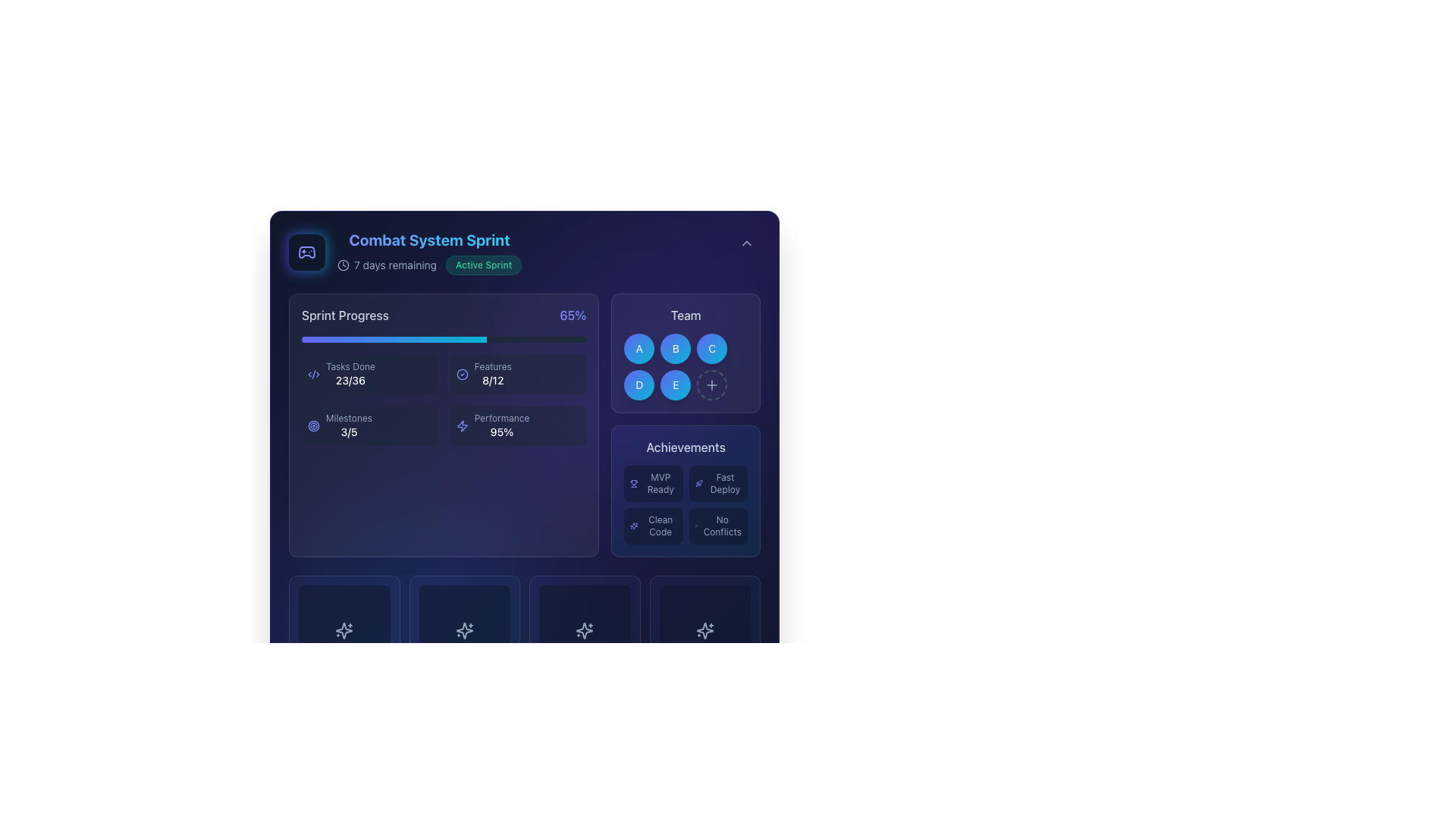  I want to click on the static text label displaying 'Tasks Done', which is positioned at the top of the 'Sprint Progress' section, above the text '23/36', so click(350, 366).